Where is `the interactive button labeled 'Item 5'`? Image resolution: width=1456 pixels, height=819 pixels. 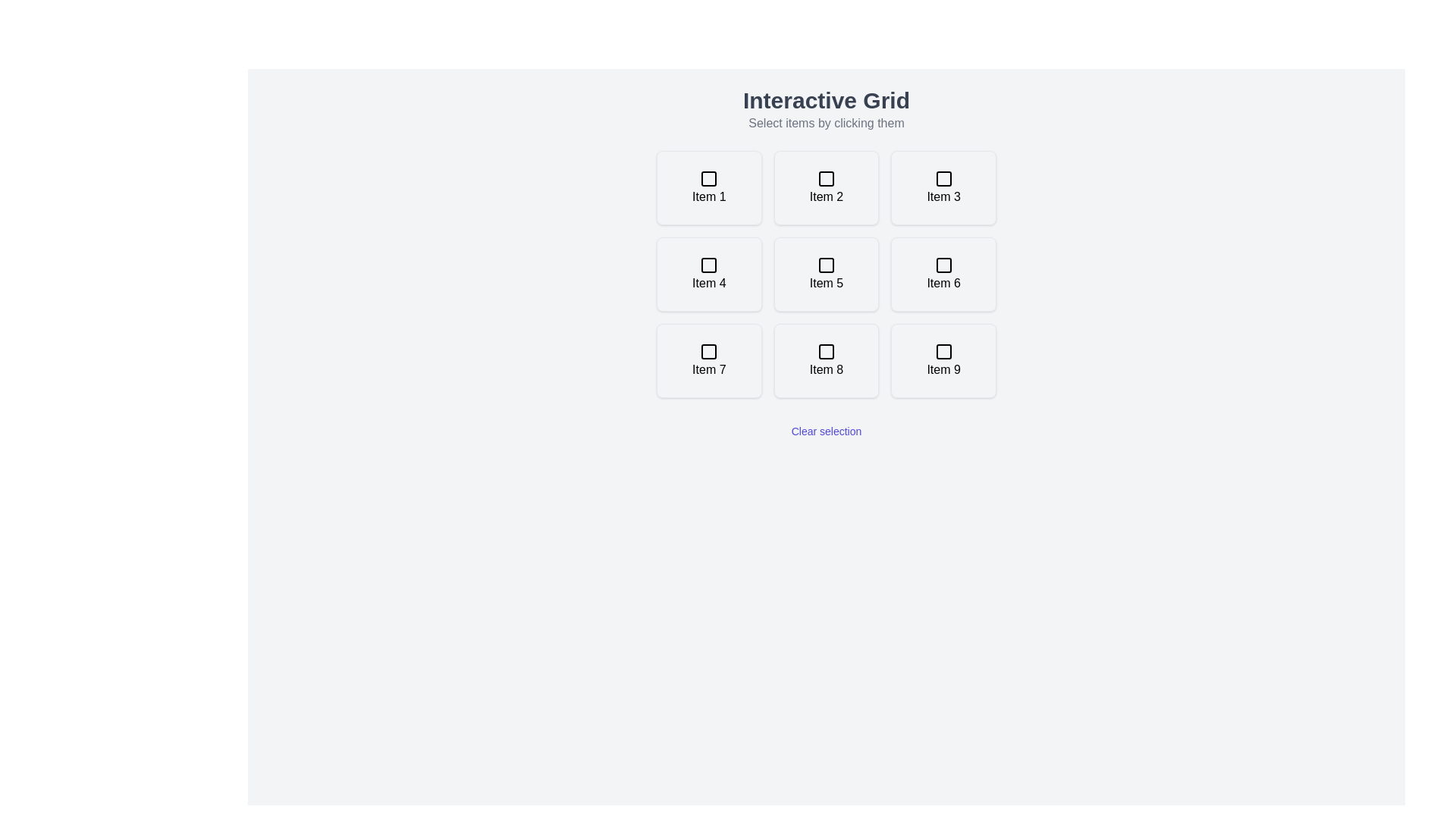 the interactive button labeled 'Item 5' is located at coordinates (825, 275).